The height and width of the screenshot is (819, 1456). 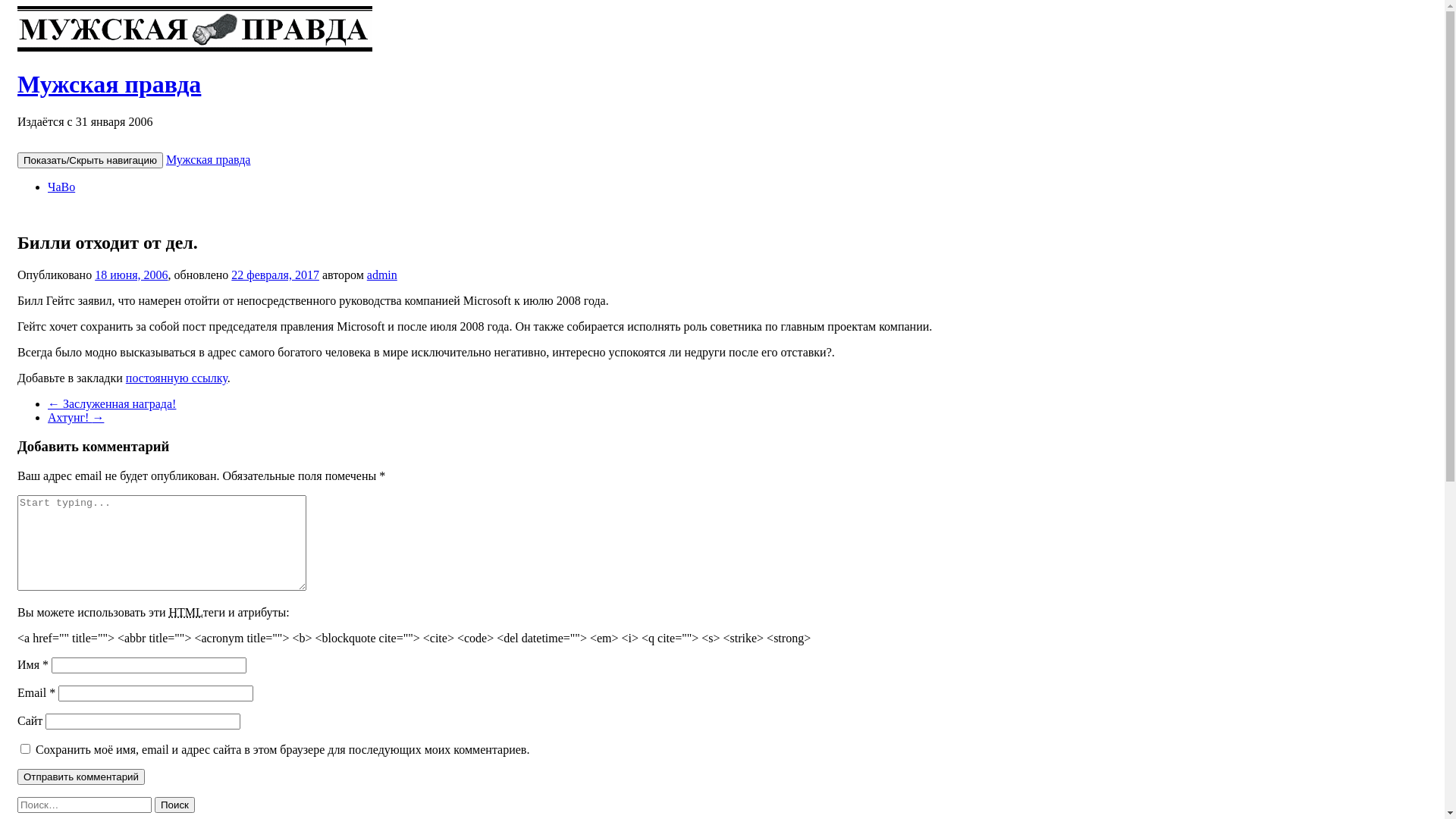 What do you see at coordinates (382, 275) in the screenshot?
I see `'admin'` at bounding box center [382, 275].